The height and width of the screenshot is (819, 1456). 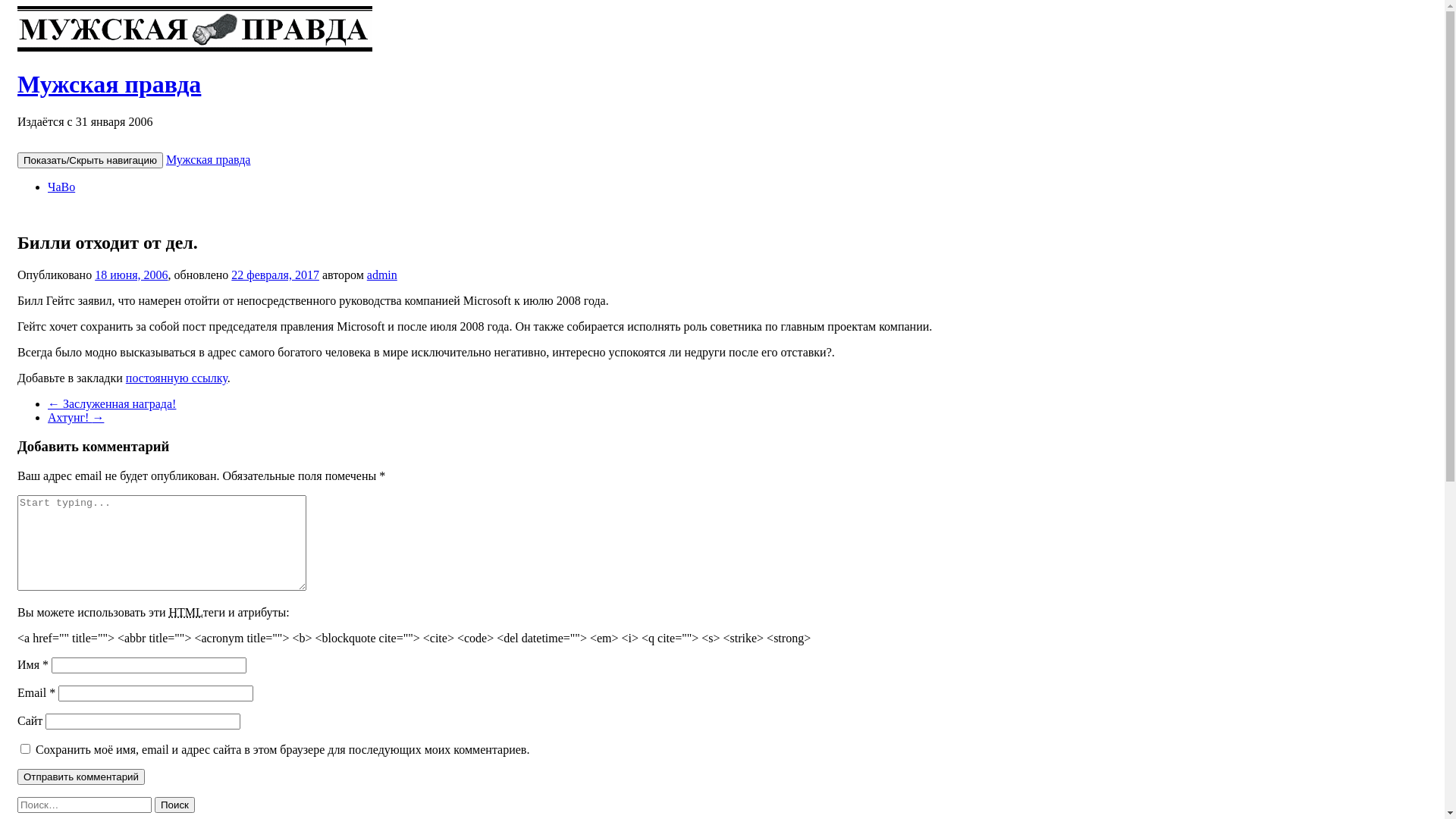 What do you see at coordinates (382, 275) in the screenshot?
I see `'admin'` at bounding box center [382, 275].